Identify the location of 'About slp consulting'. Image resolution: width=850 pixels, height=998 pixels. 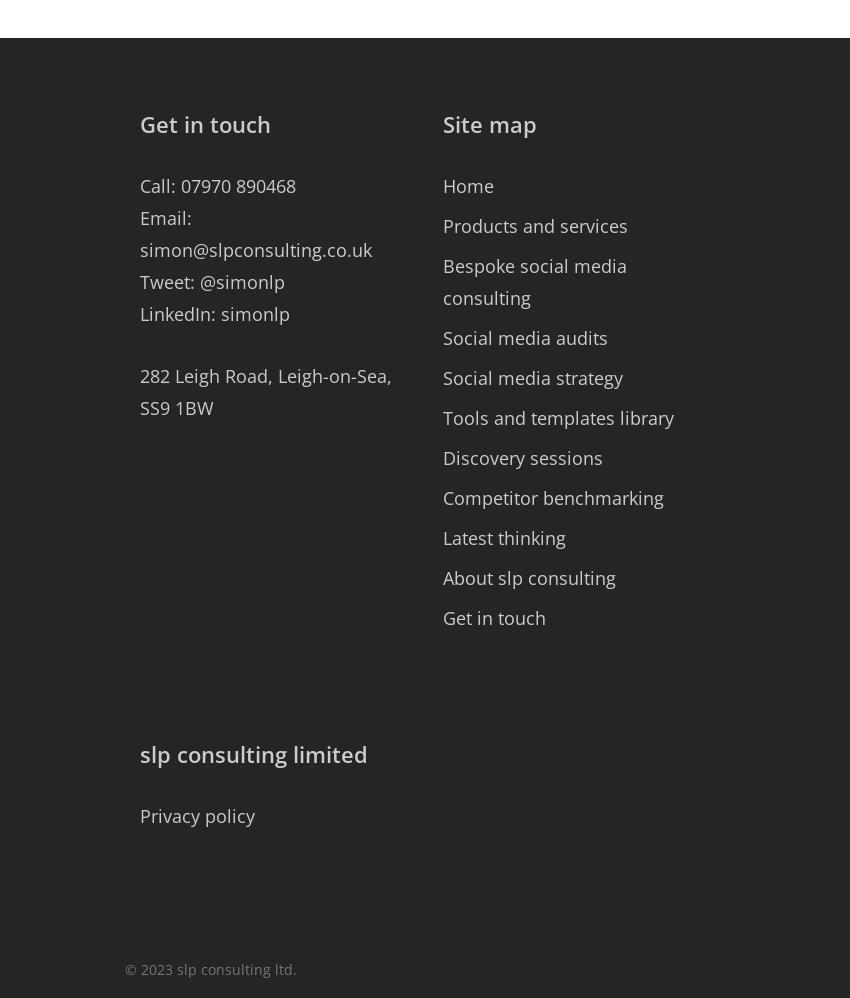
(528, 577).